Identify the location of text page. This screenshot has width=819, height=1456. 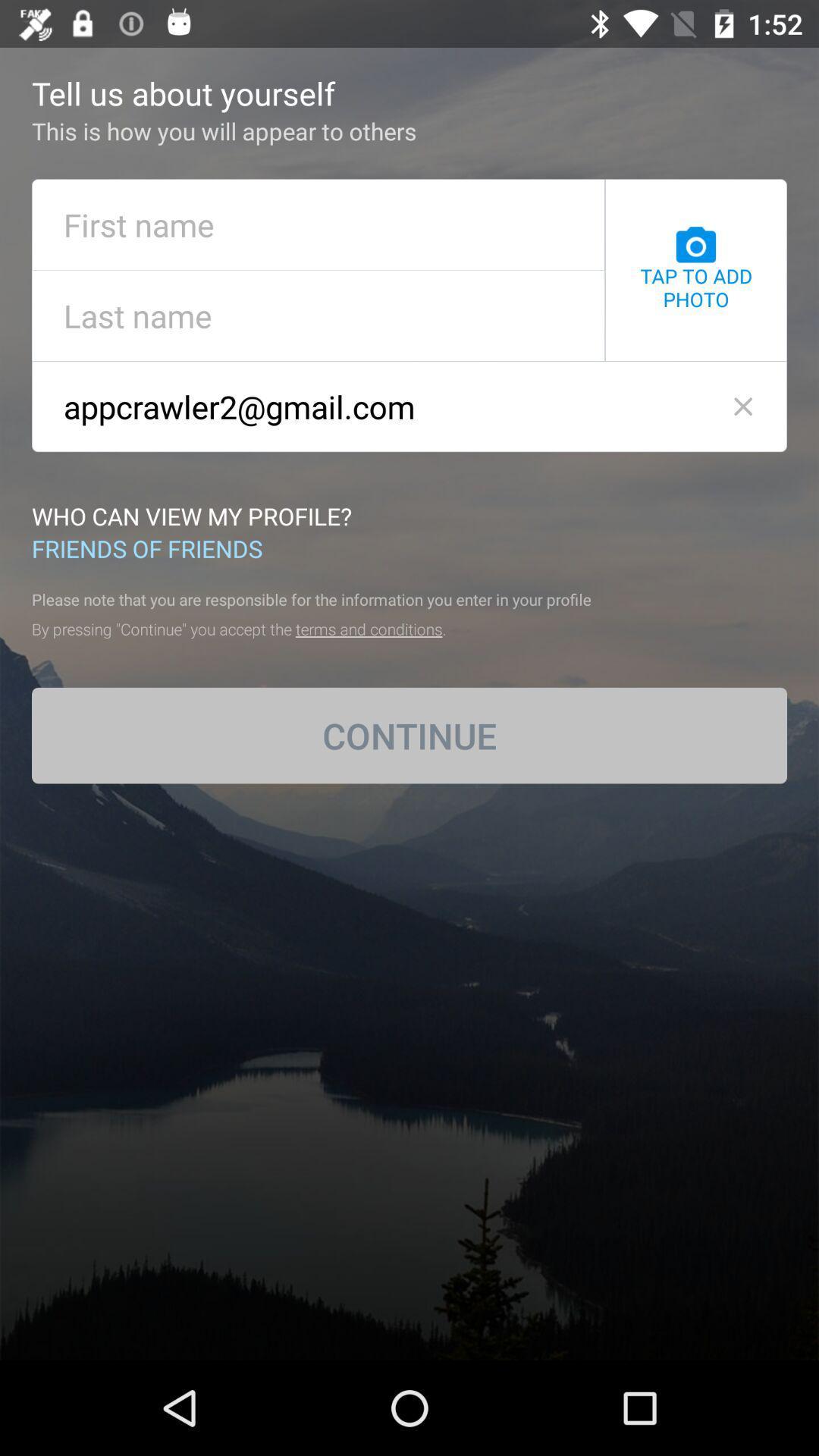
(318, 224).